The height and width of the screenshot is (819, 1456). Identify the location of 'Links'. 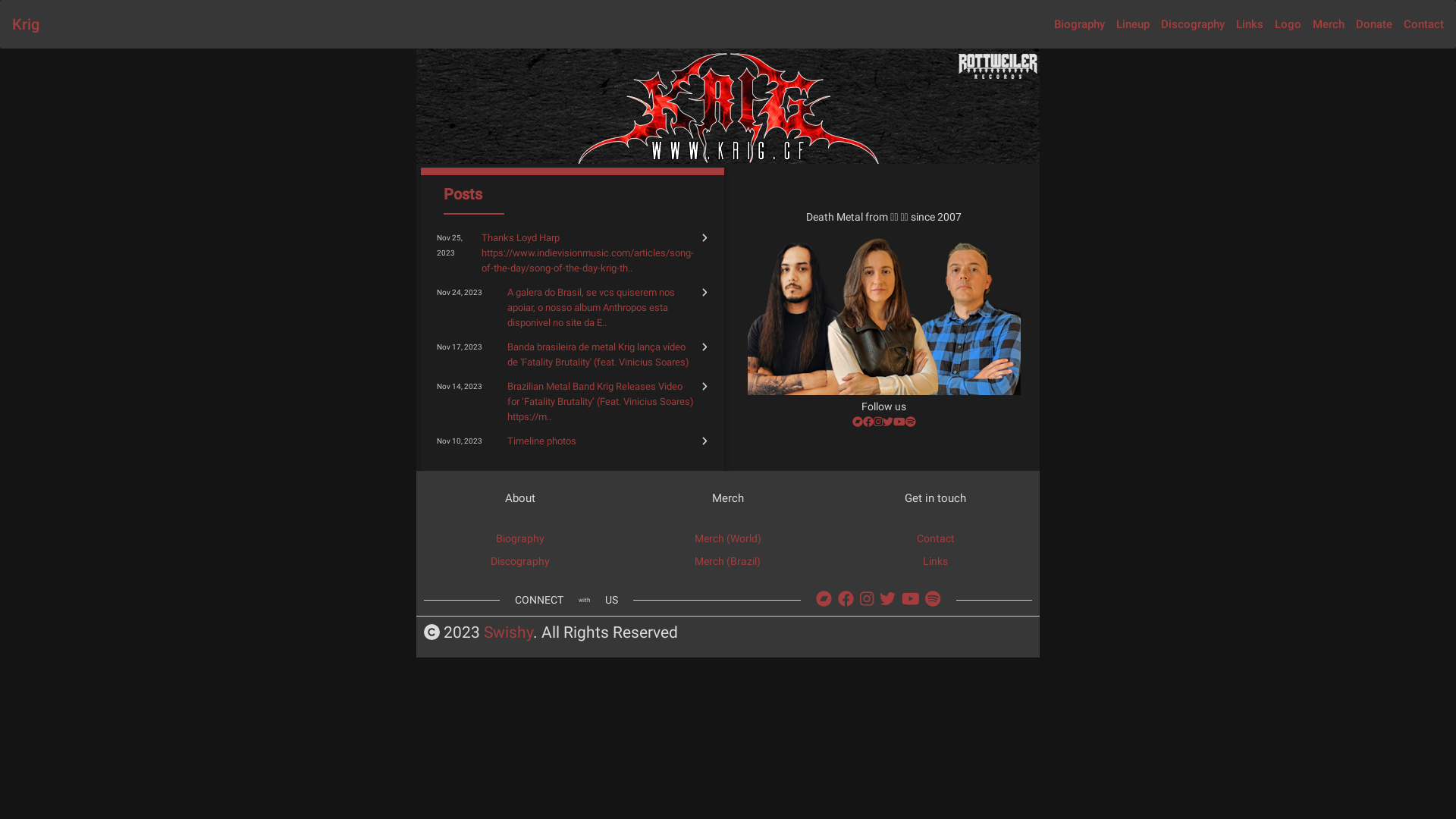
(1249, 24).